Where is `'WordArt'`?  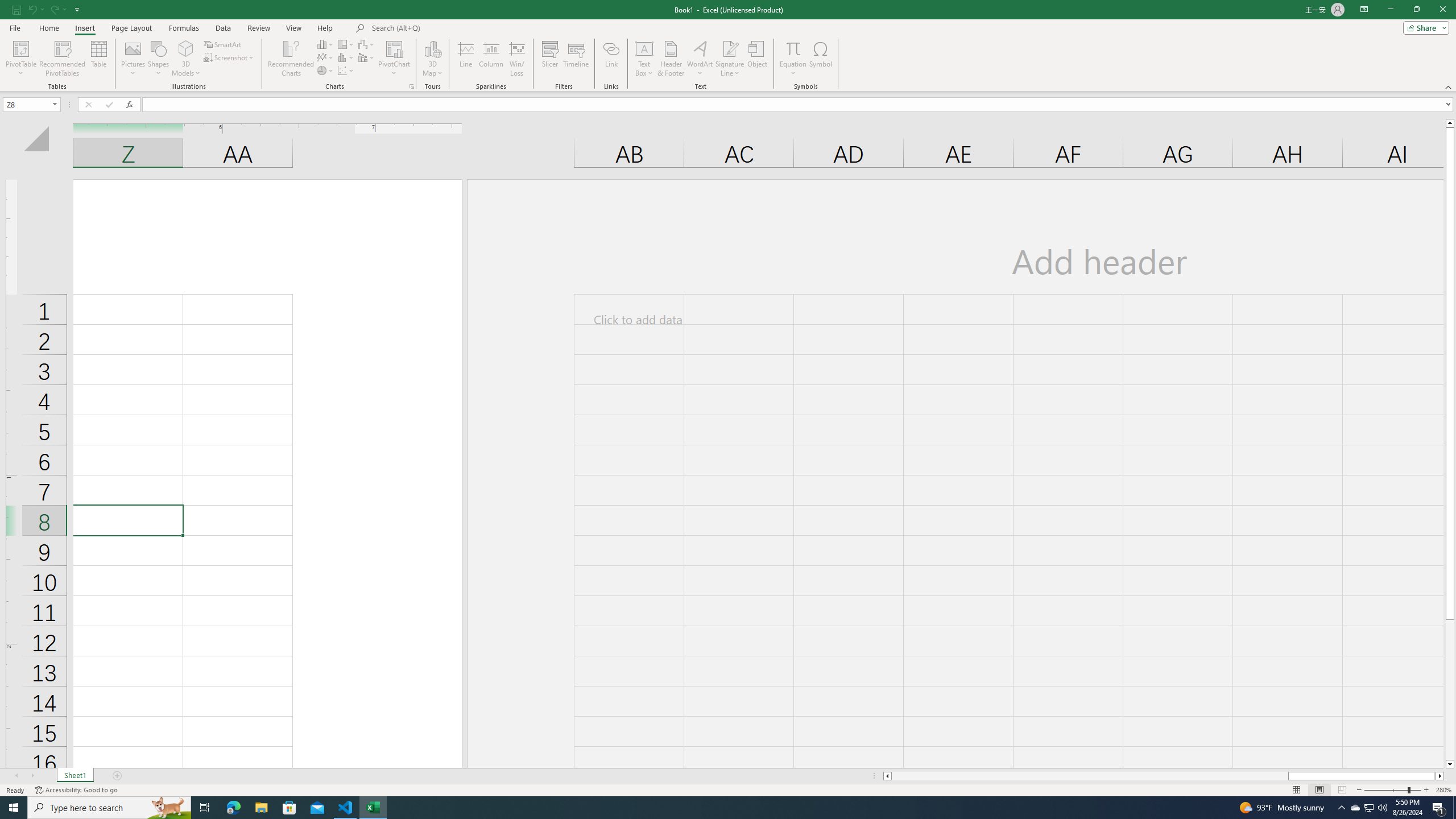 'WordArt' is located at coordinates (700, 59).